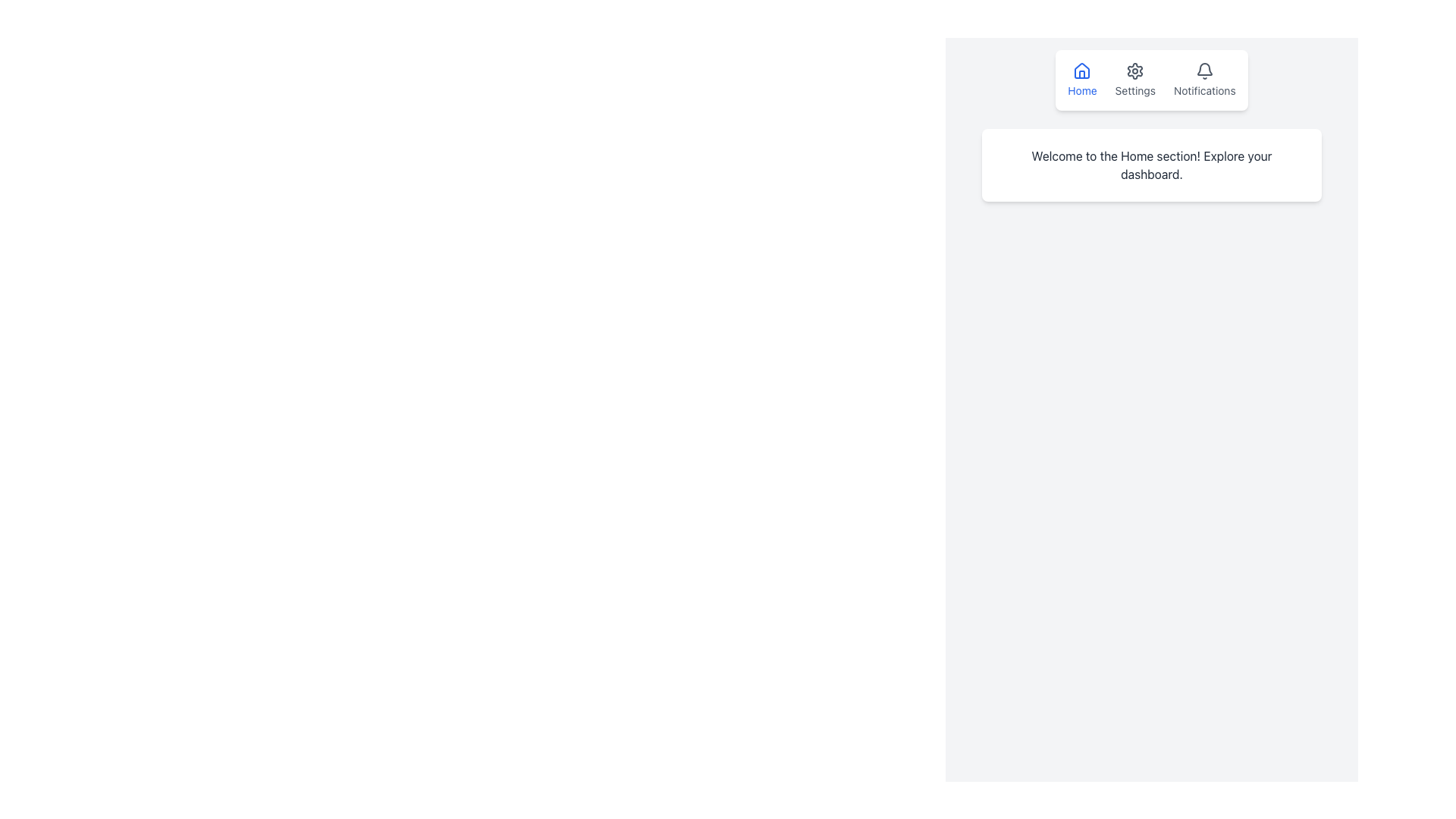  Describe the element at coordinates (1135, 80) in the screenshot. I see `the 'Settings' button with a gear icon located in the center of the navigation bar` at that location.